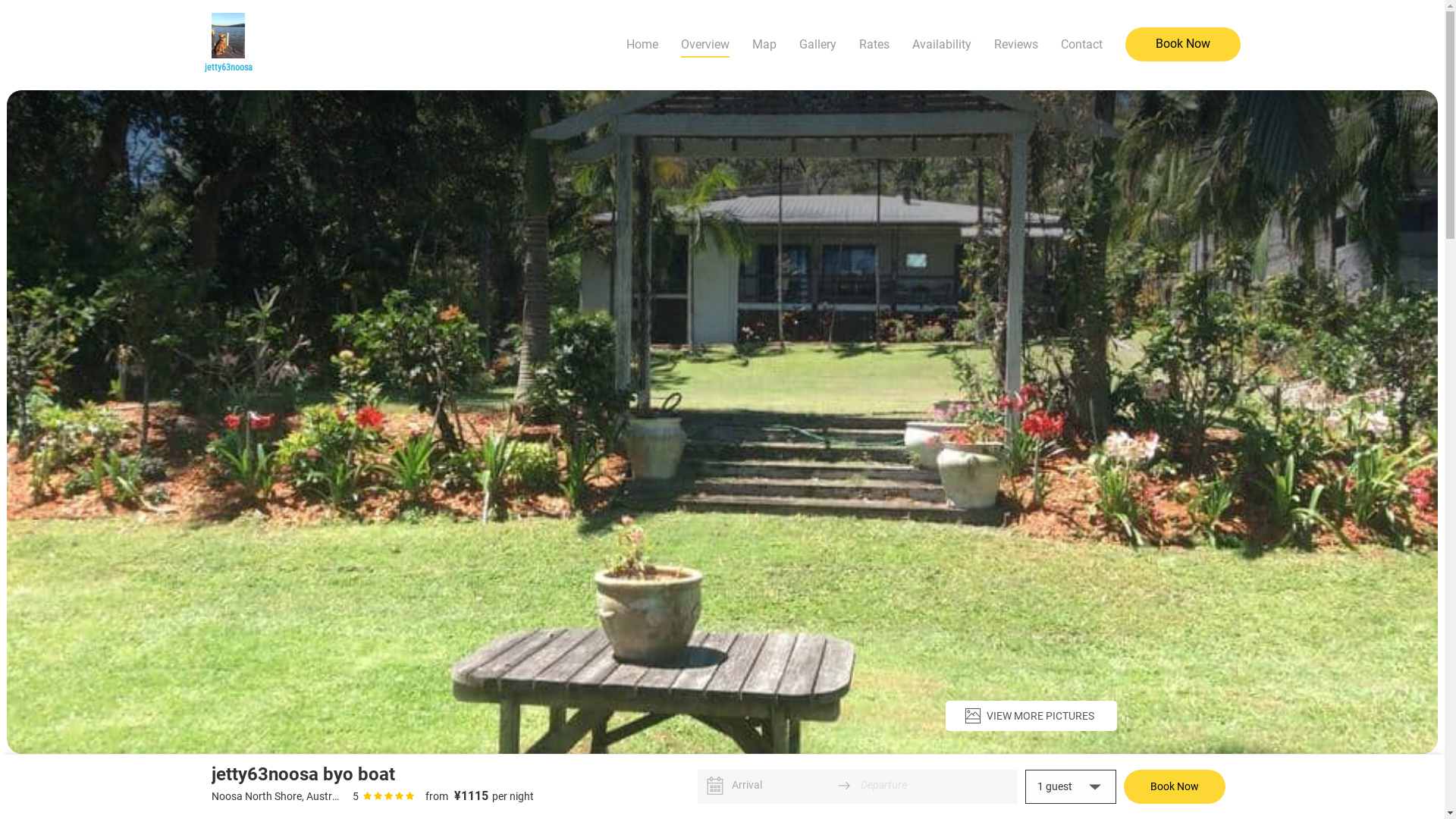 The height and width of the screenshot is (819, 1456). What do you see at coordinates (642, 43) in the screenshot?
I see `'Home'` at bounding box center [642, 43].